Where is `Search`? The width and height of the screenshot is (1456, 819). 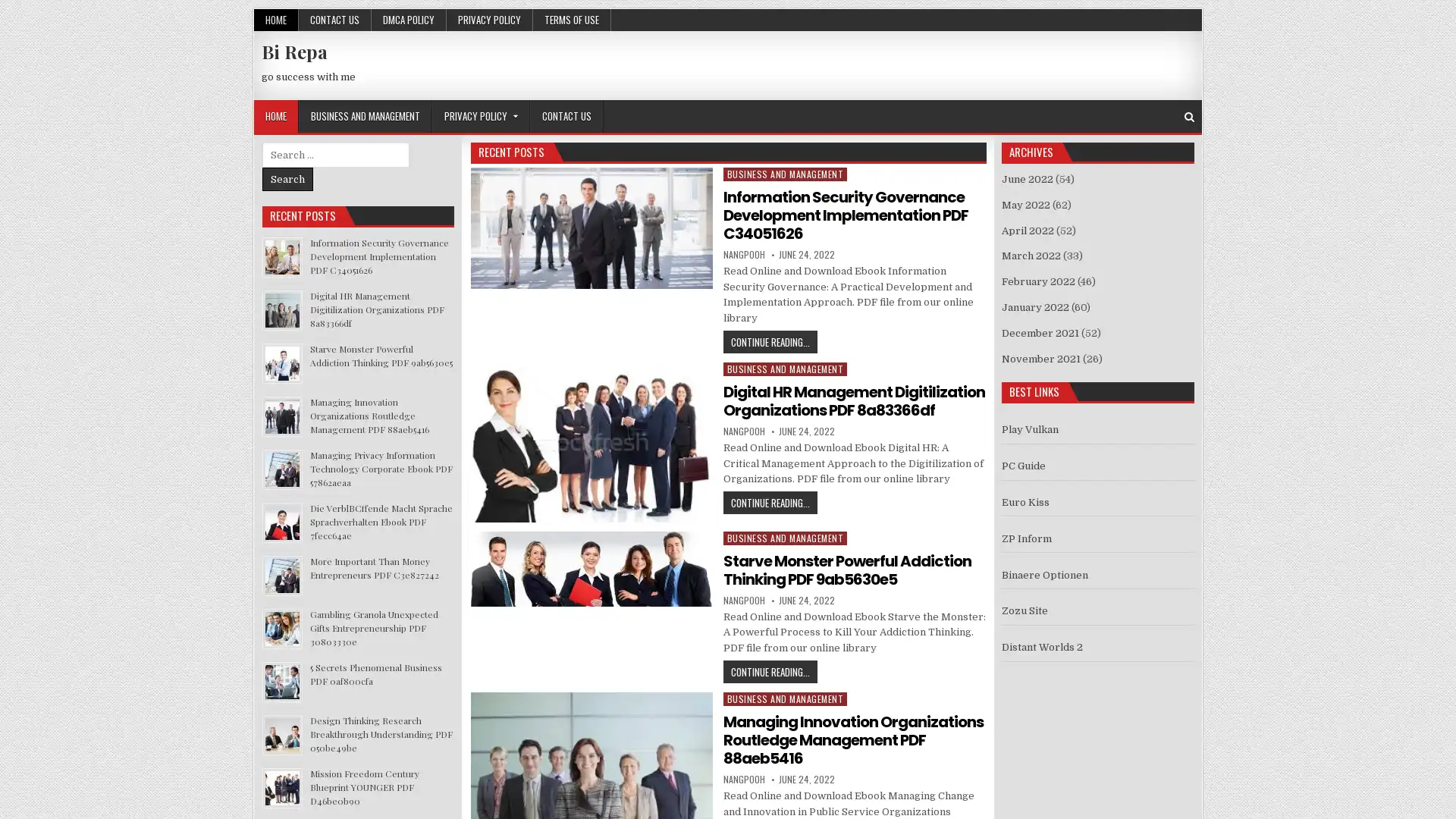
Search is located at coordinates (287, 178).